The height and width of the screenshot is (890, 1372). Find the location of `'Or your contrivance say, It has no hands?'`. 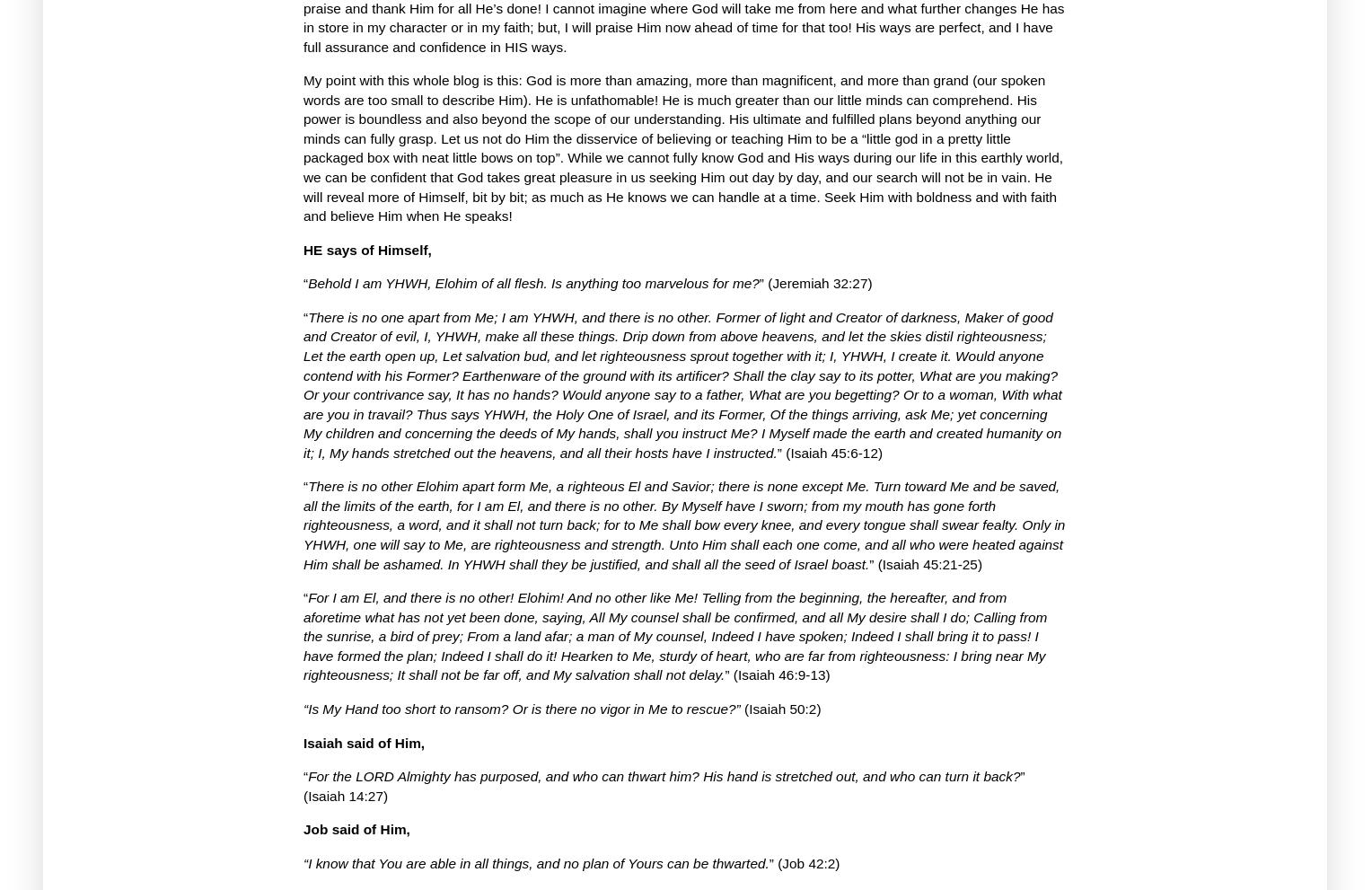

'Or your contrivance say, It has no hands?' is located at coordinates (429, 394).